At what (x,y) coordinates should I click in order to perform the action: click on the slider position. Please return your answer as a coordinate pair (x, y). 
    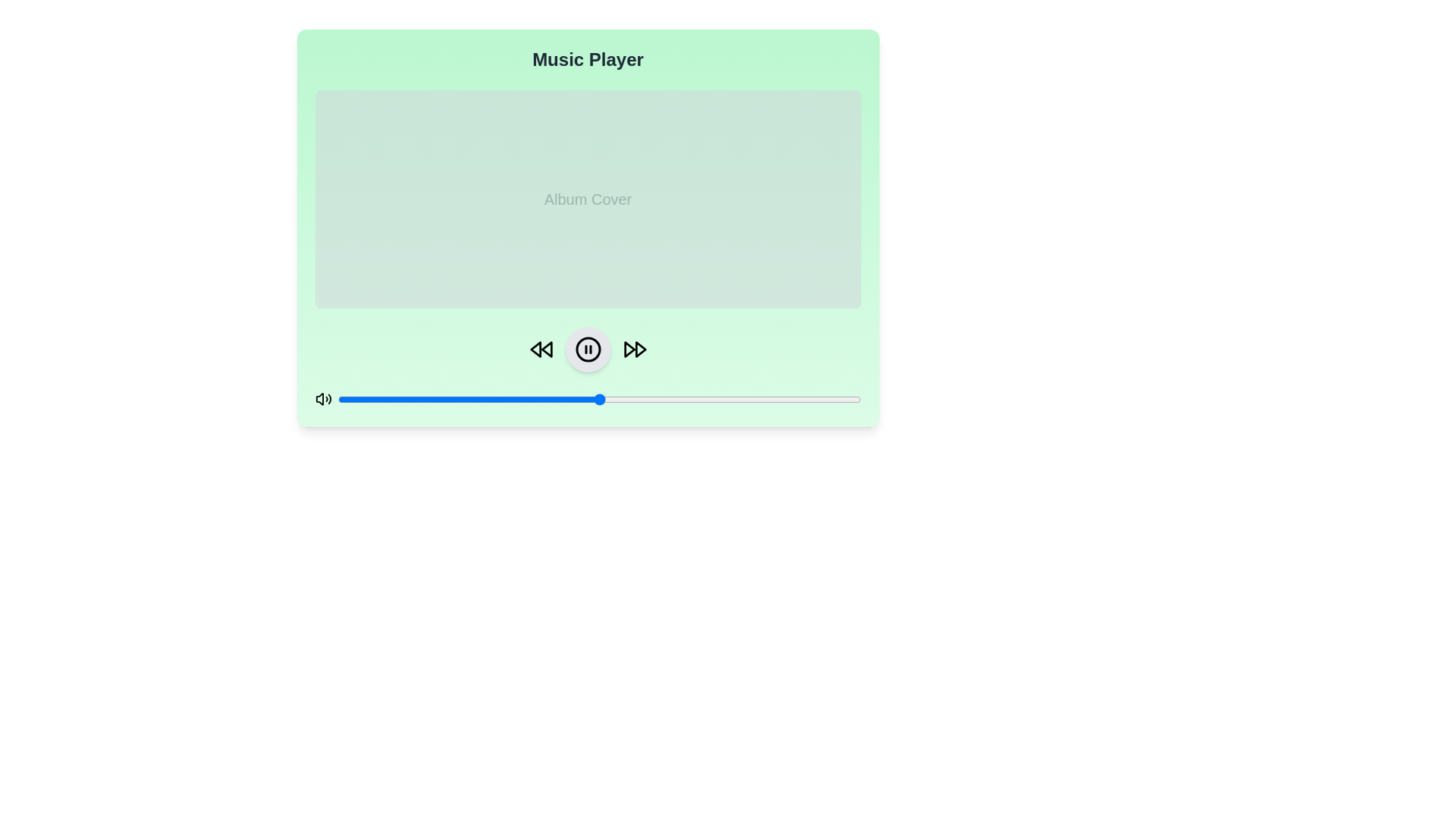
    Looking at the image, I should click on (756, 399).